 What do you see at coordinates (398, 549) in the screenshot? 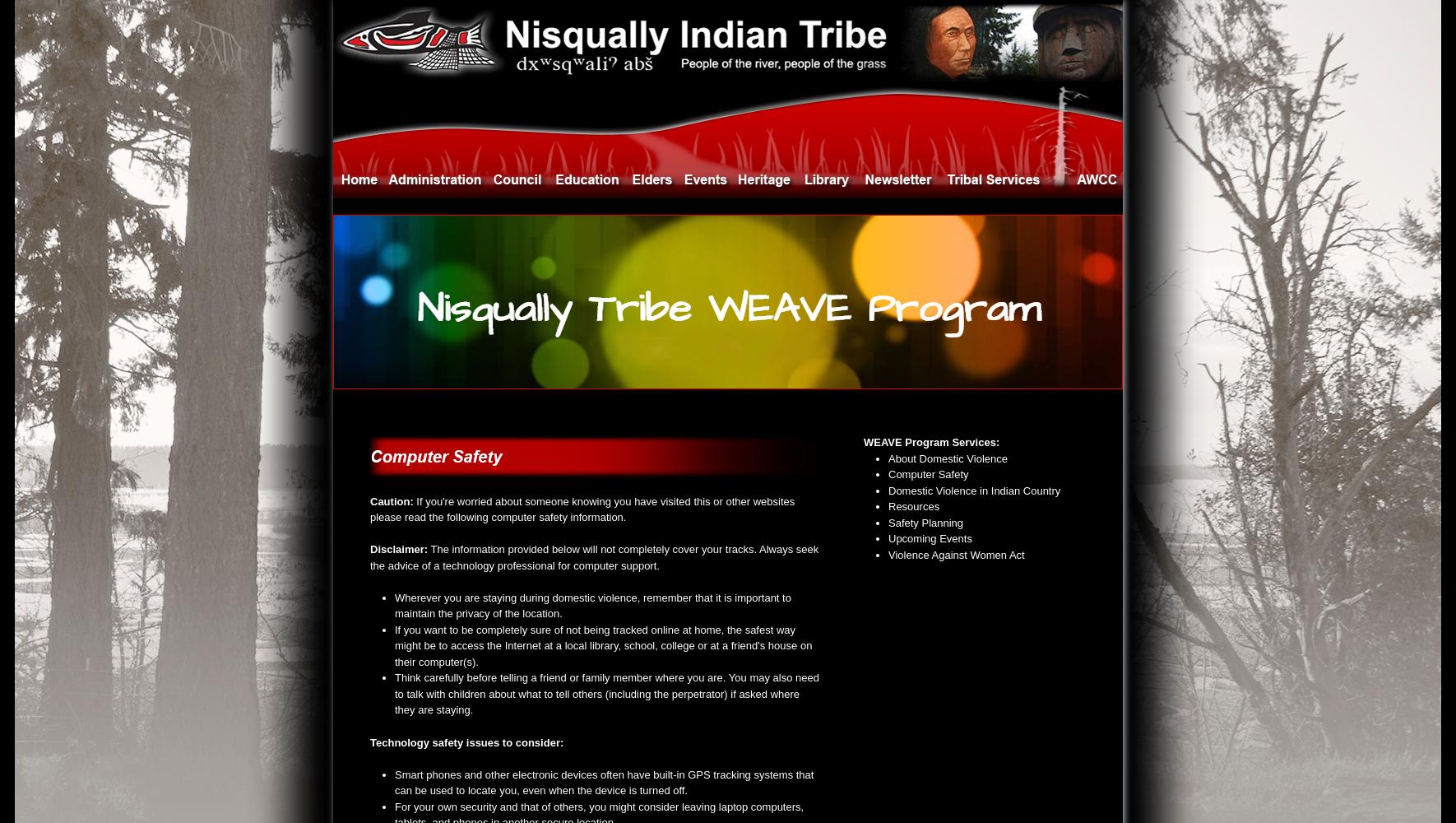
I see `'Disclaimer:'` at bounding box center [398, 549].